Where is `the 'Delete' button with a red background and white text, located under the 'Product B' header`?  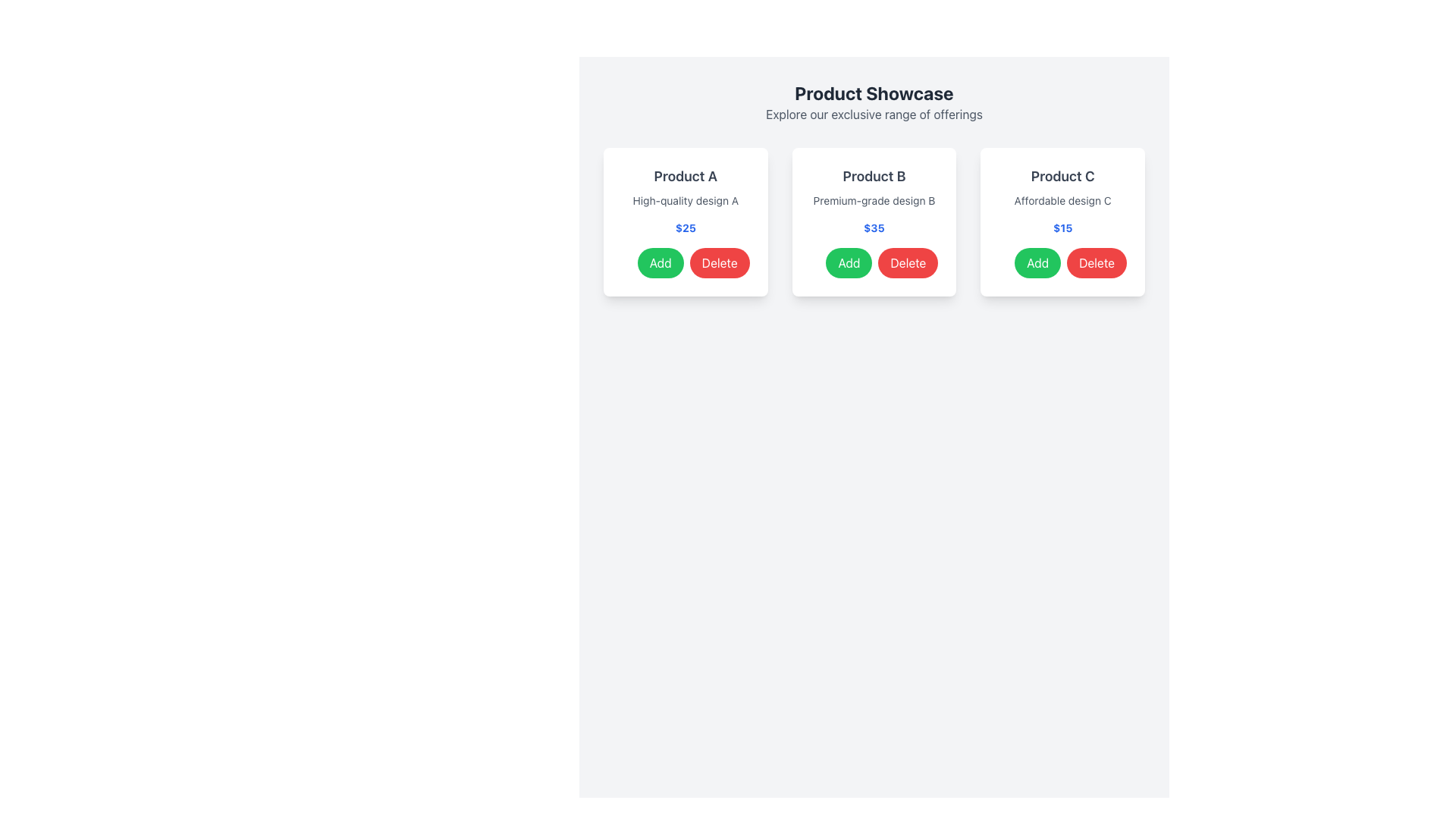
the 'Delete' button with a red background and white text, located under the 'Product B' header is located at coordinates (908, 262).